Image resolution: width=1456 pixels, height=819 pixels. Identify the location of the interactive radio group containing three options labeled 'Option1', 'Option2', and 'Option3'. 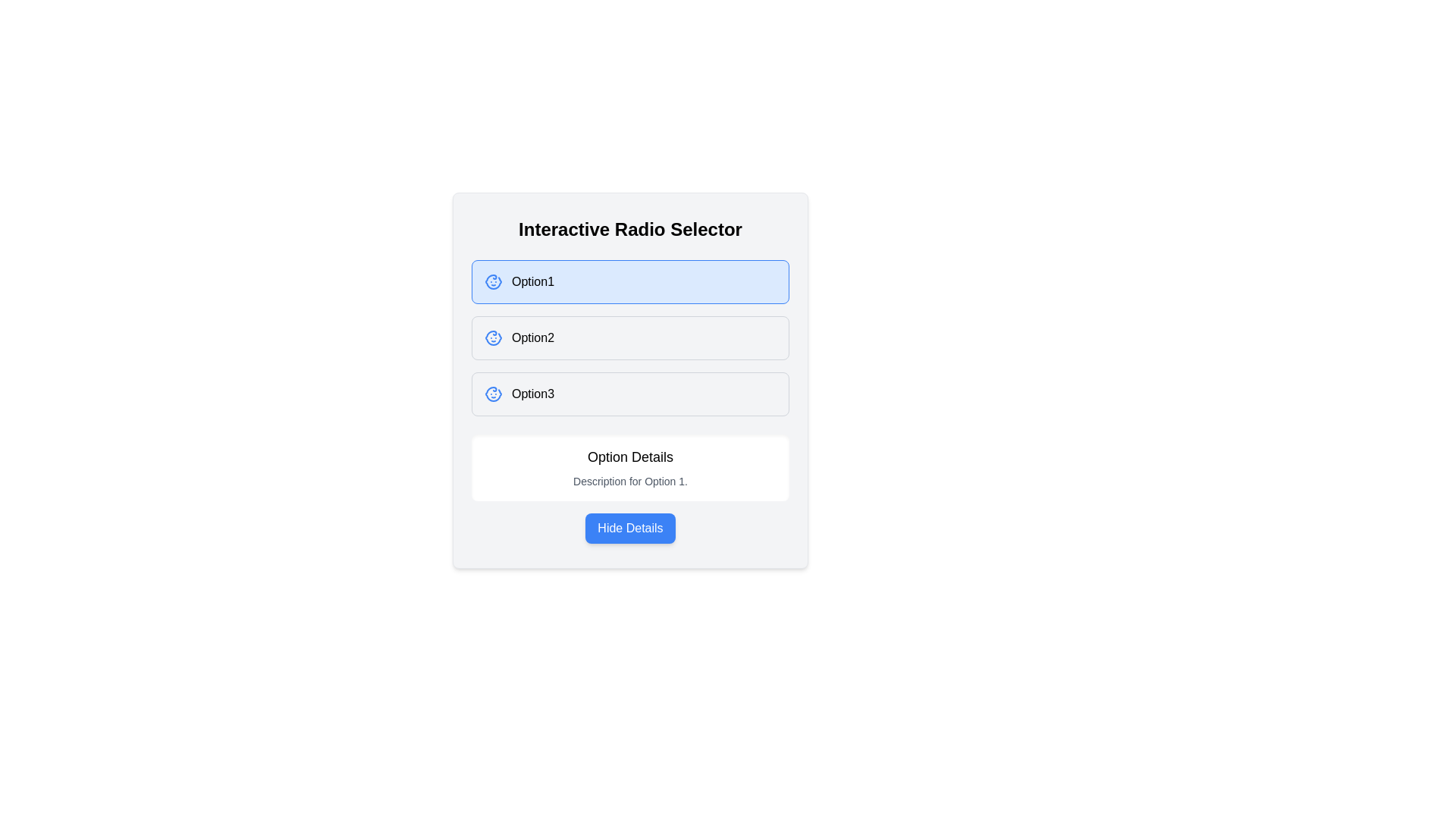
(630, 337).